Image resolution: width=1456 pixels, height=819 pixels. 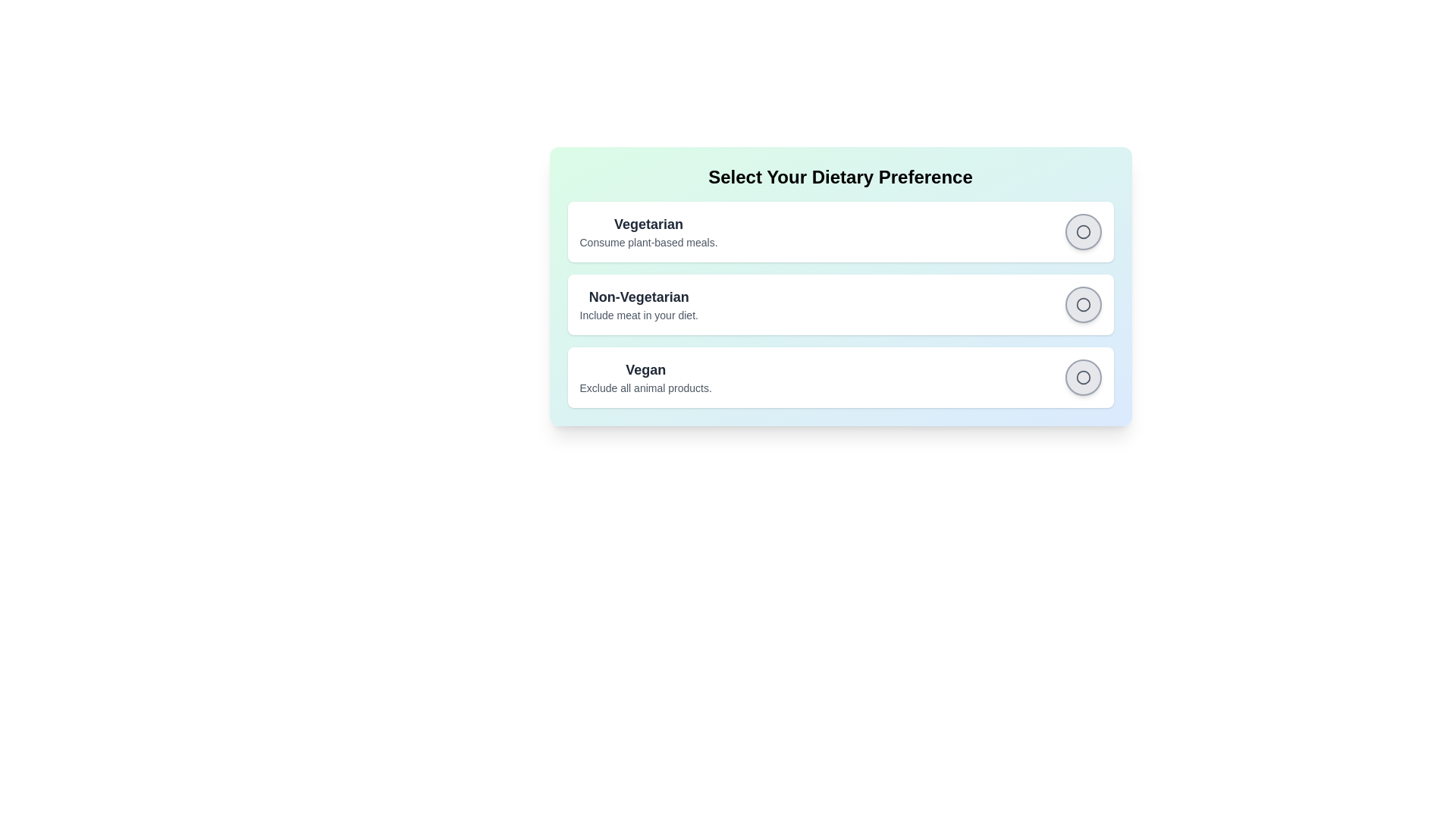 What do you see at coordinates (645, 388) in the screenshot?
I see `the static text label that provides additional descriptive information for the 'Vegan' option, located directly below the 'Vegan' heading in the 'Select Your Dietary Preference' interface` at bounding box center [645, 388].